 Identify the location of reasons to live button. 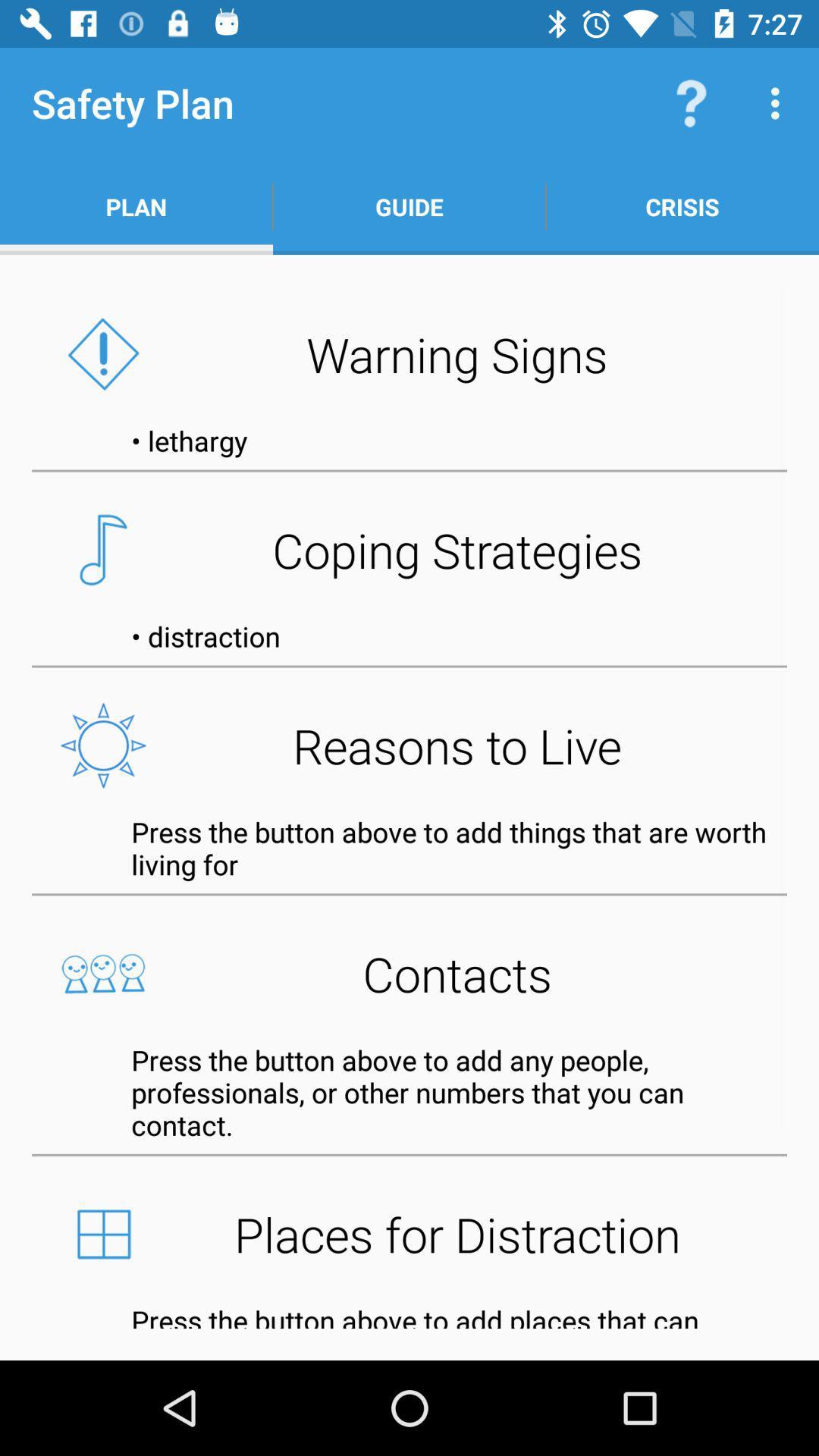
(409, 745).